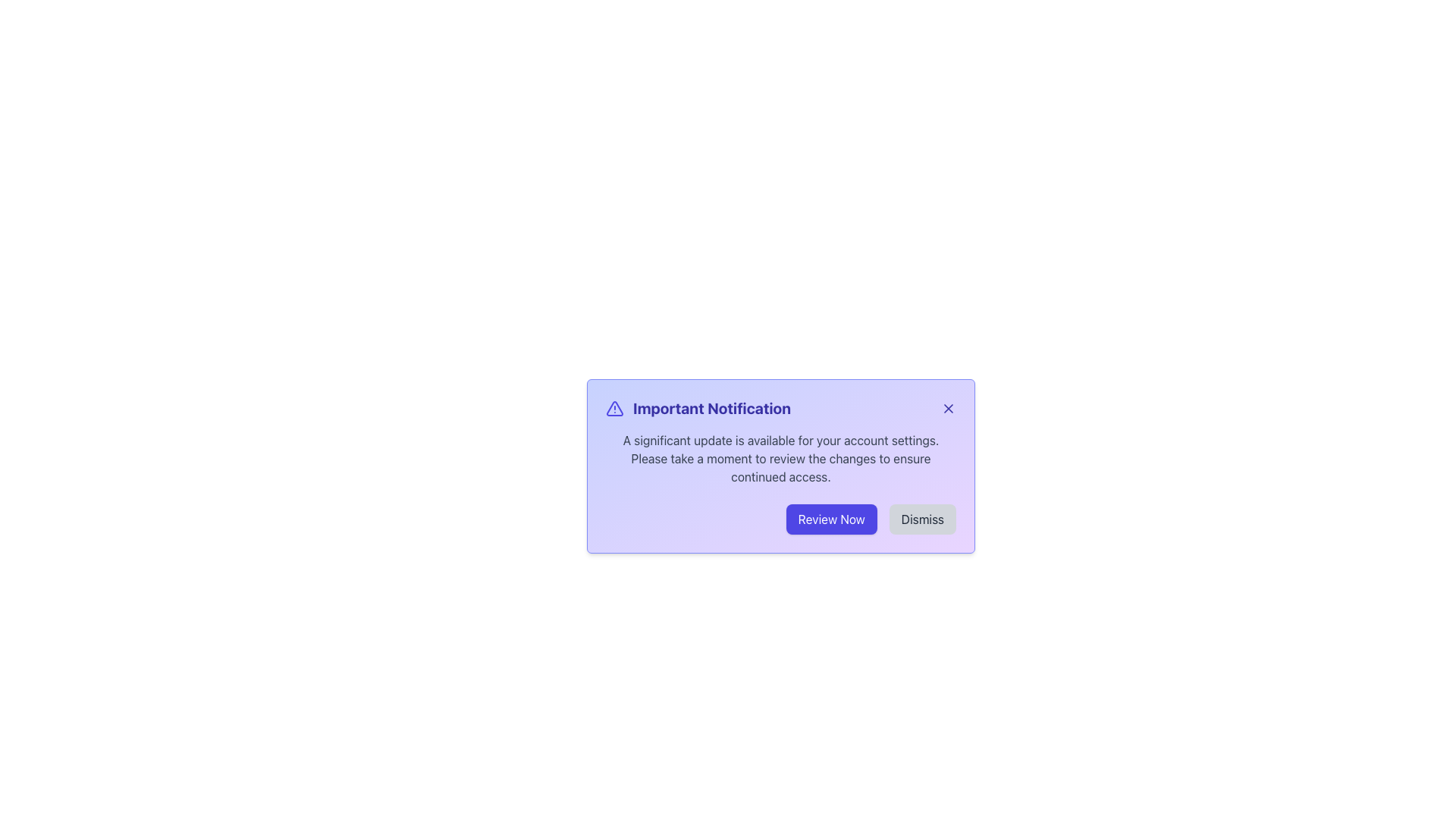 The width and height of the screenshot is (1456, 819). Describe the element at coordinates (948, 408) in the screenshot. I see `the button represented by a small cross (X) icon, located at the top-right corner of the notification panel, adjacent to 'Important Notification'` at that location.